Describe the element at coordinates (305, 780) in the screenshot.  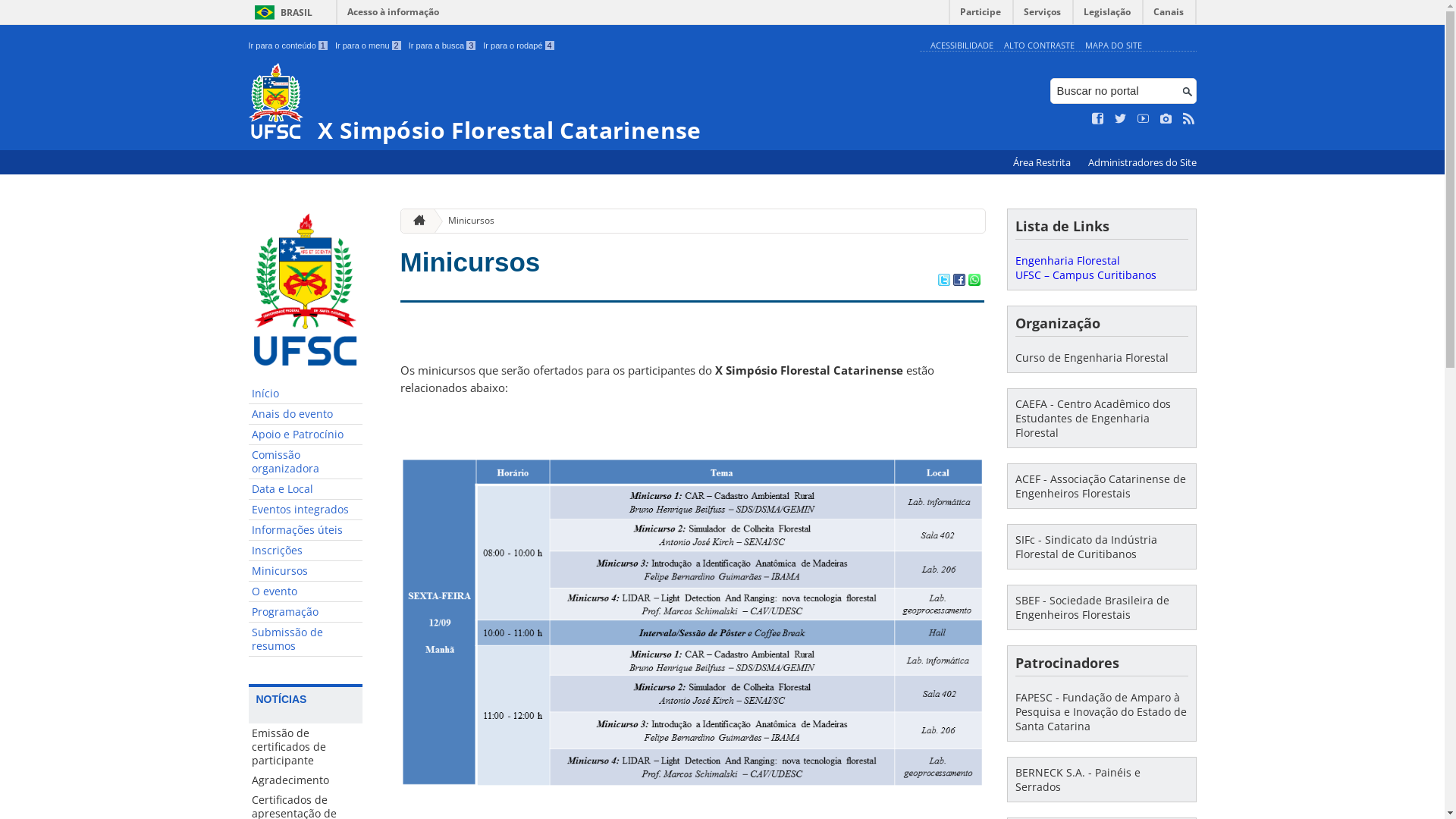
I see `'Agradecimento'` at that location.